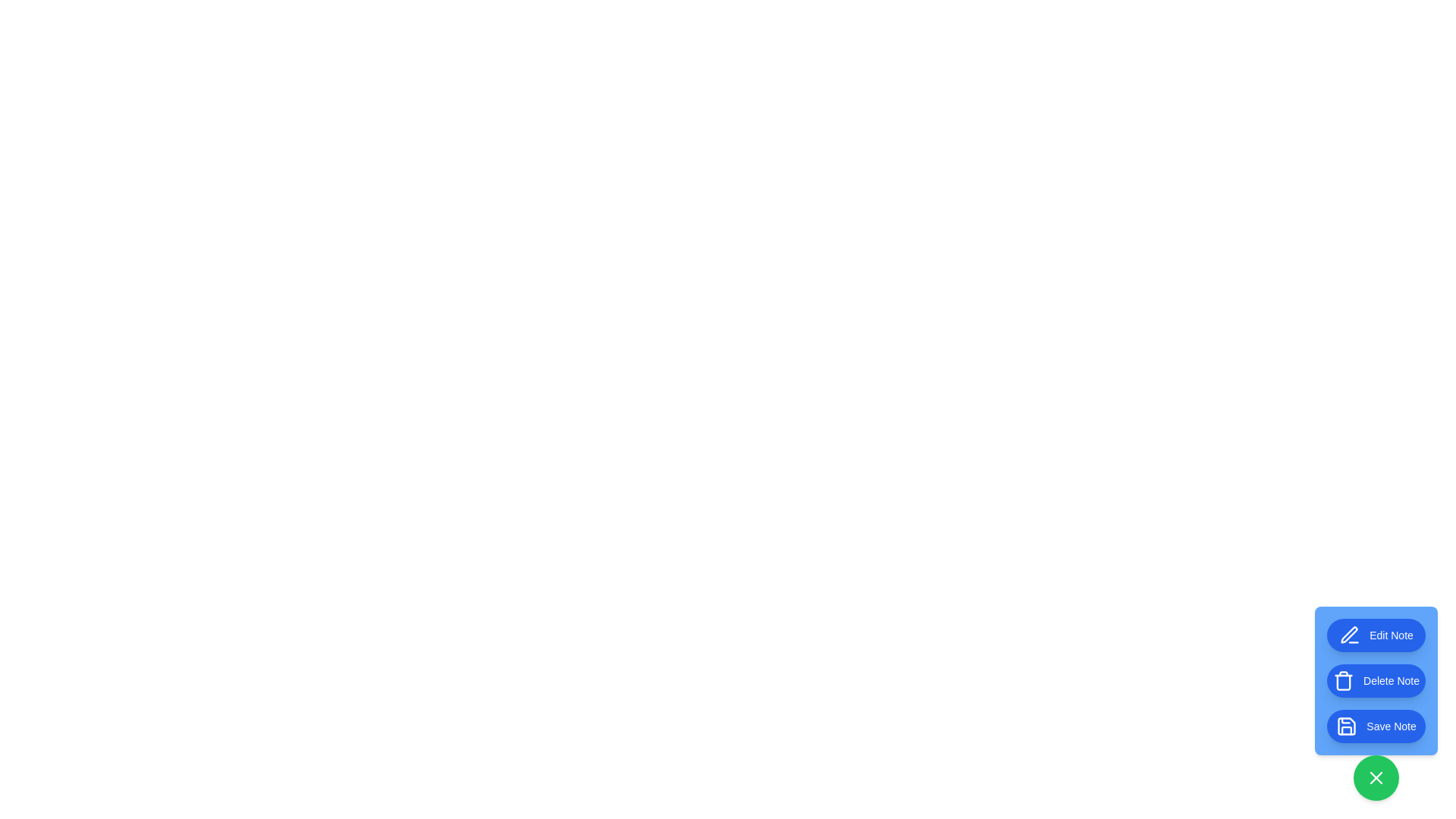 This screenshot has width=1456, height=819. What do you see at coordinates (1376, 725) in the screenshot?
I see `the 'Save Note' button to save the note` at bounding box center [1376, 725].